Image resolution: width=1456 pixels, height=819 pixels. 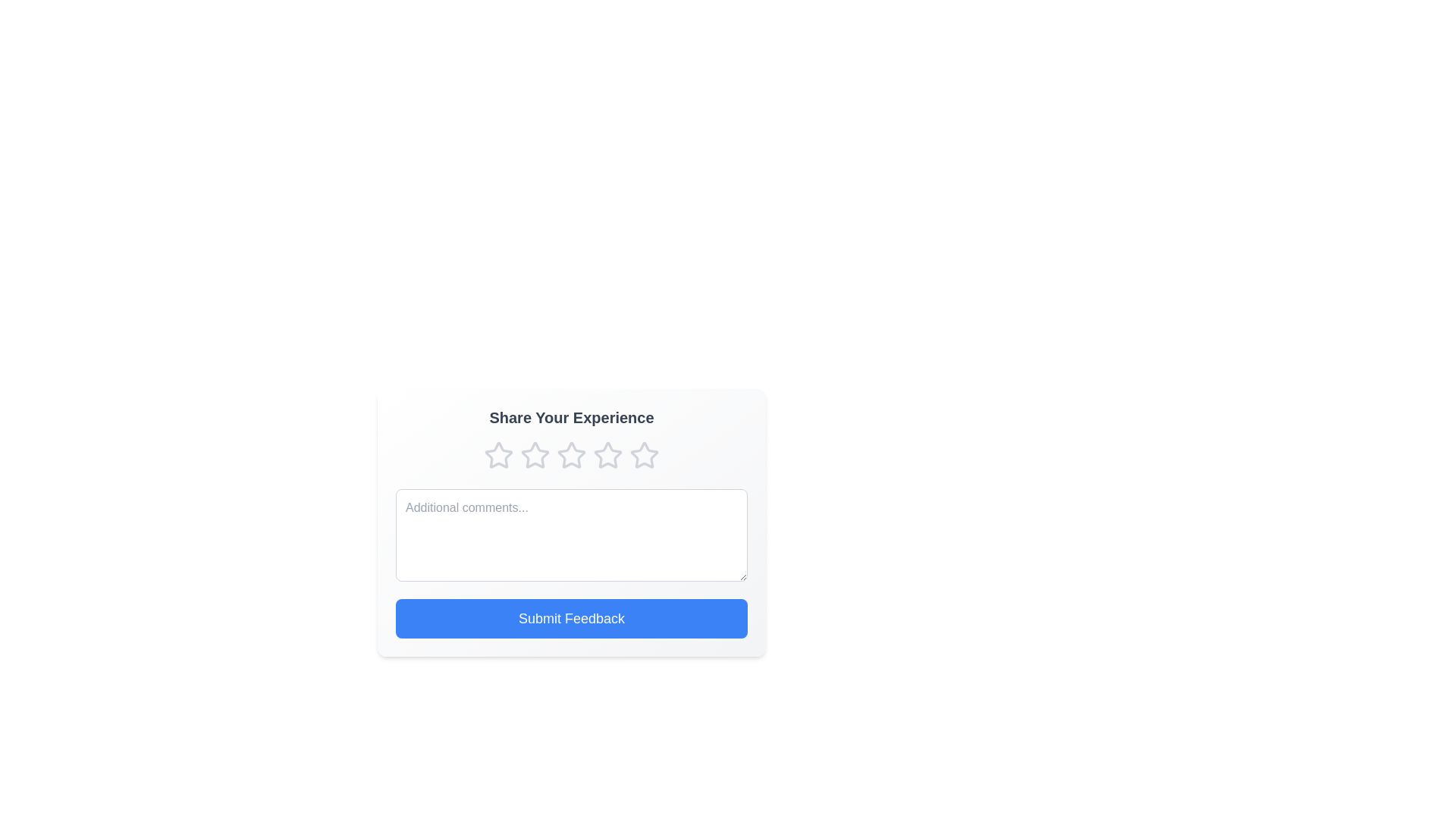 I want to click on the 'Submit Feedback' button, which is a rectangular button with rounded corners and a bright blue background, to observe the hover effect that changes the background to a slightly darker blue, so click(x=570, y=619).